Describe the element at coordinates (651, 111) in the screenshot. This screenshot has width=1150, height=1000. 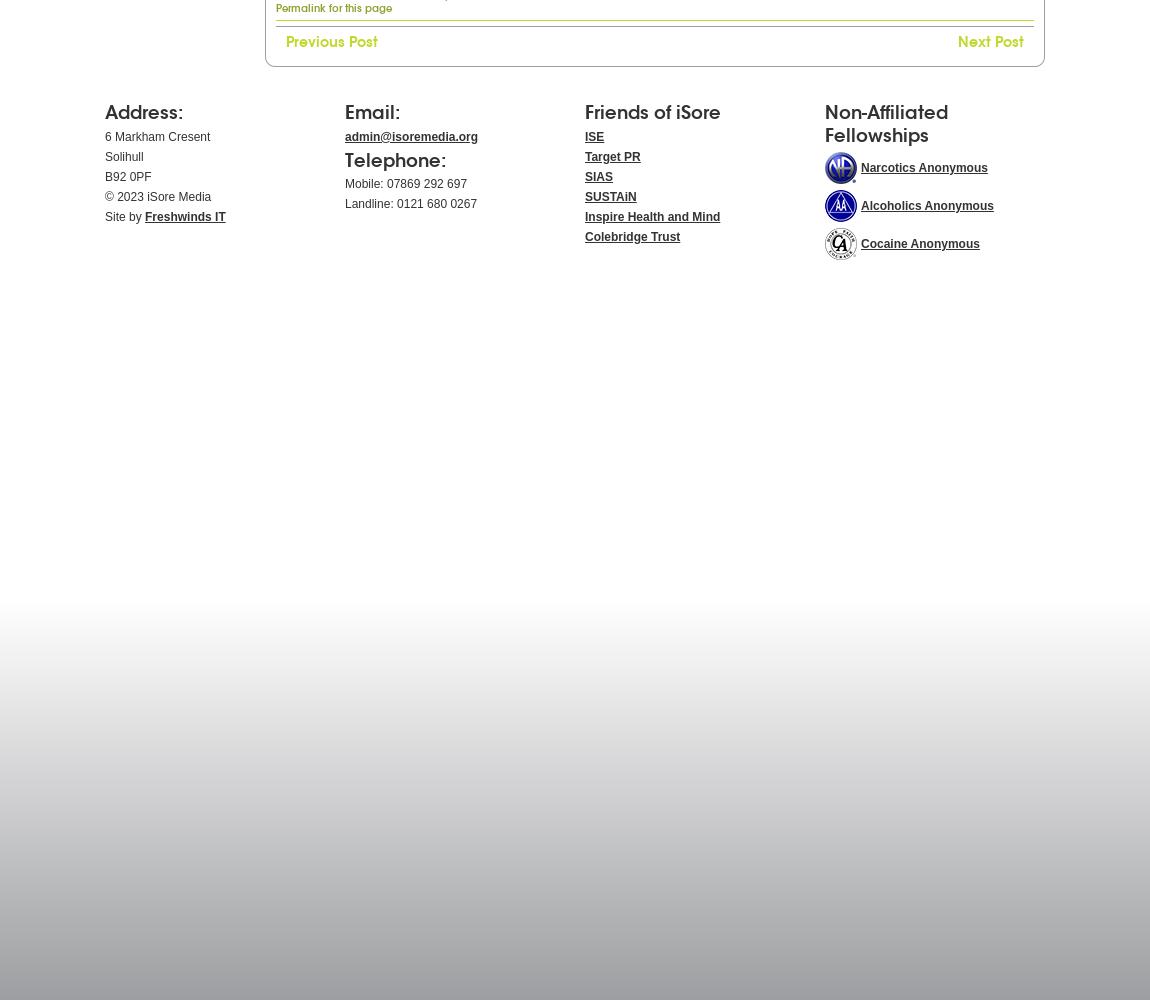
I see `'Friends of iSore'` at that location.